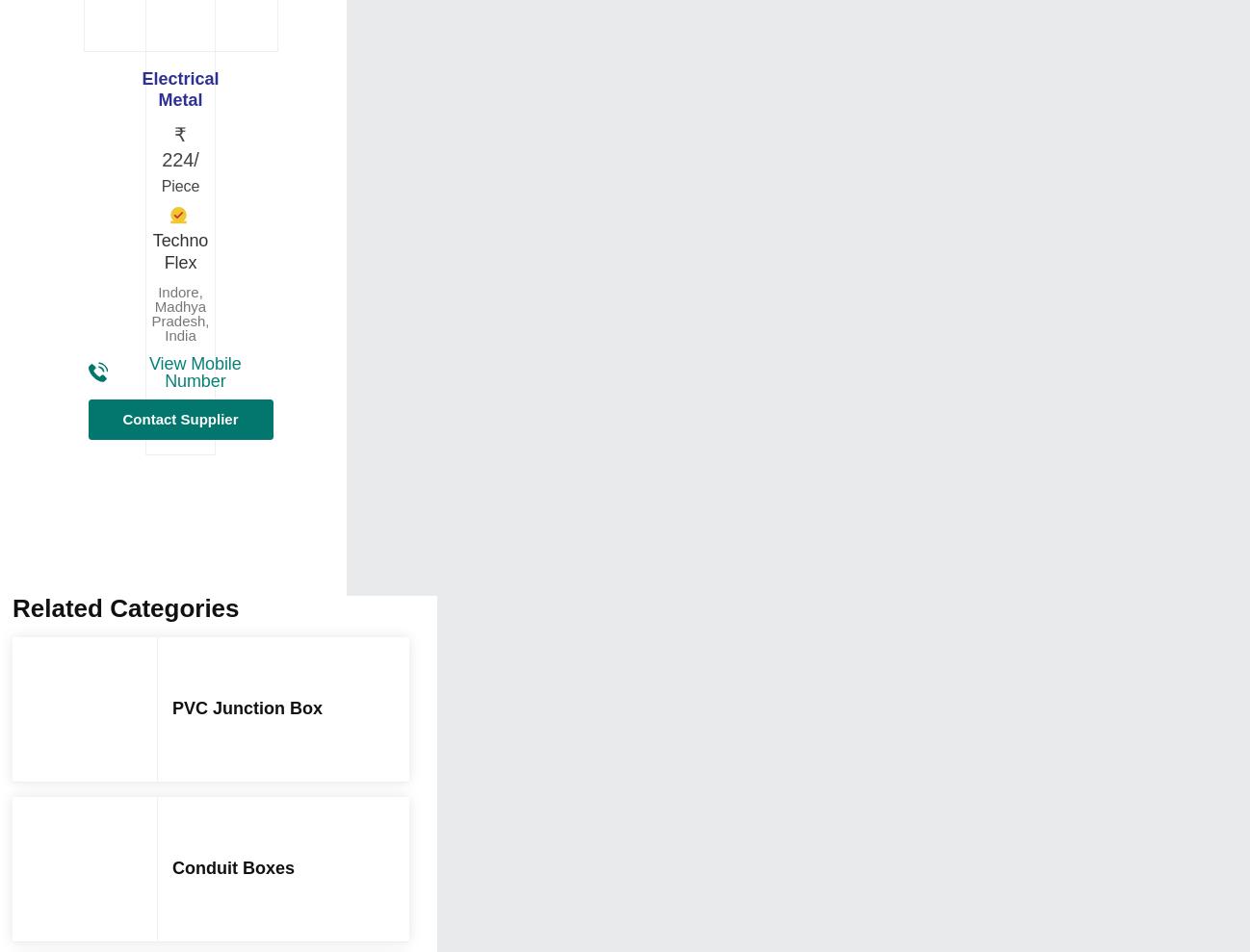 This screenshot has width=1250, height=952. Describe the element at coordinates (195, 372) in the screenshot. I see `'View Mobile Number'` at that location.